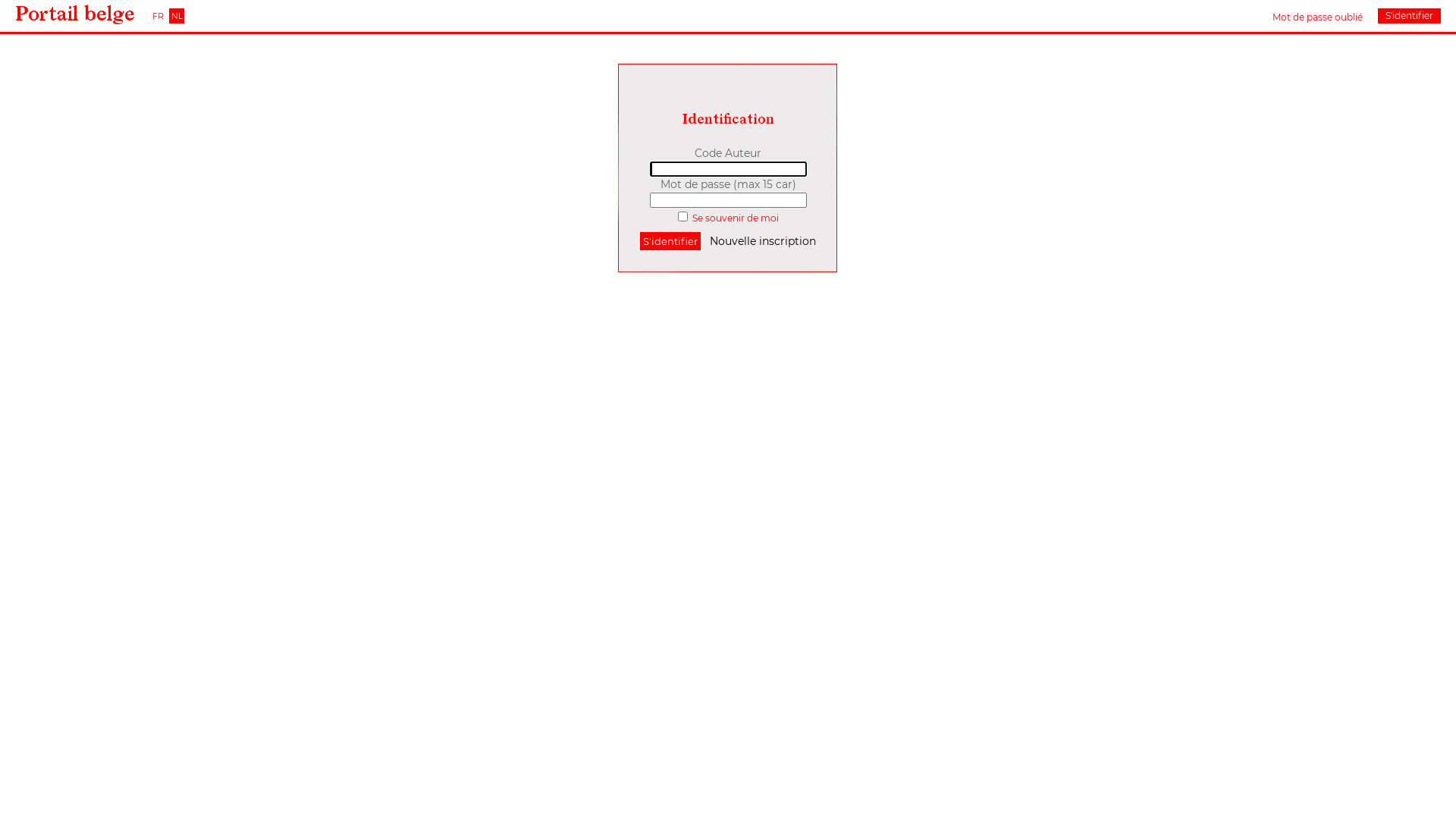 The image size is (1456, 819). Describe the element at coordinates (157, 15) in the screenshot. I see `'FR'` at that location.